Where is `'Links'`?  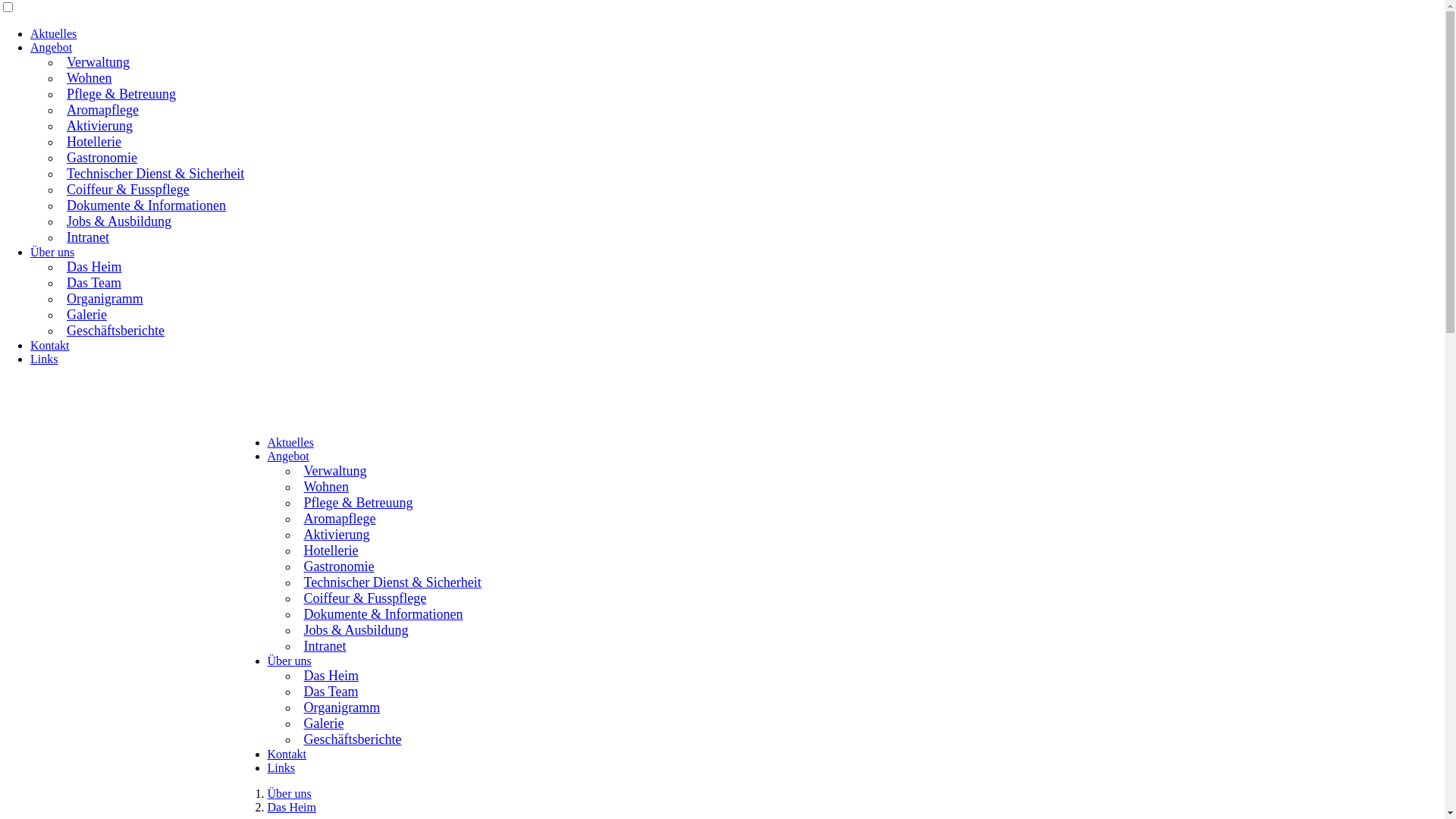
'Links' is located at coordinates (30, 359).